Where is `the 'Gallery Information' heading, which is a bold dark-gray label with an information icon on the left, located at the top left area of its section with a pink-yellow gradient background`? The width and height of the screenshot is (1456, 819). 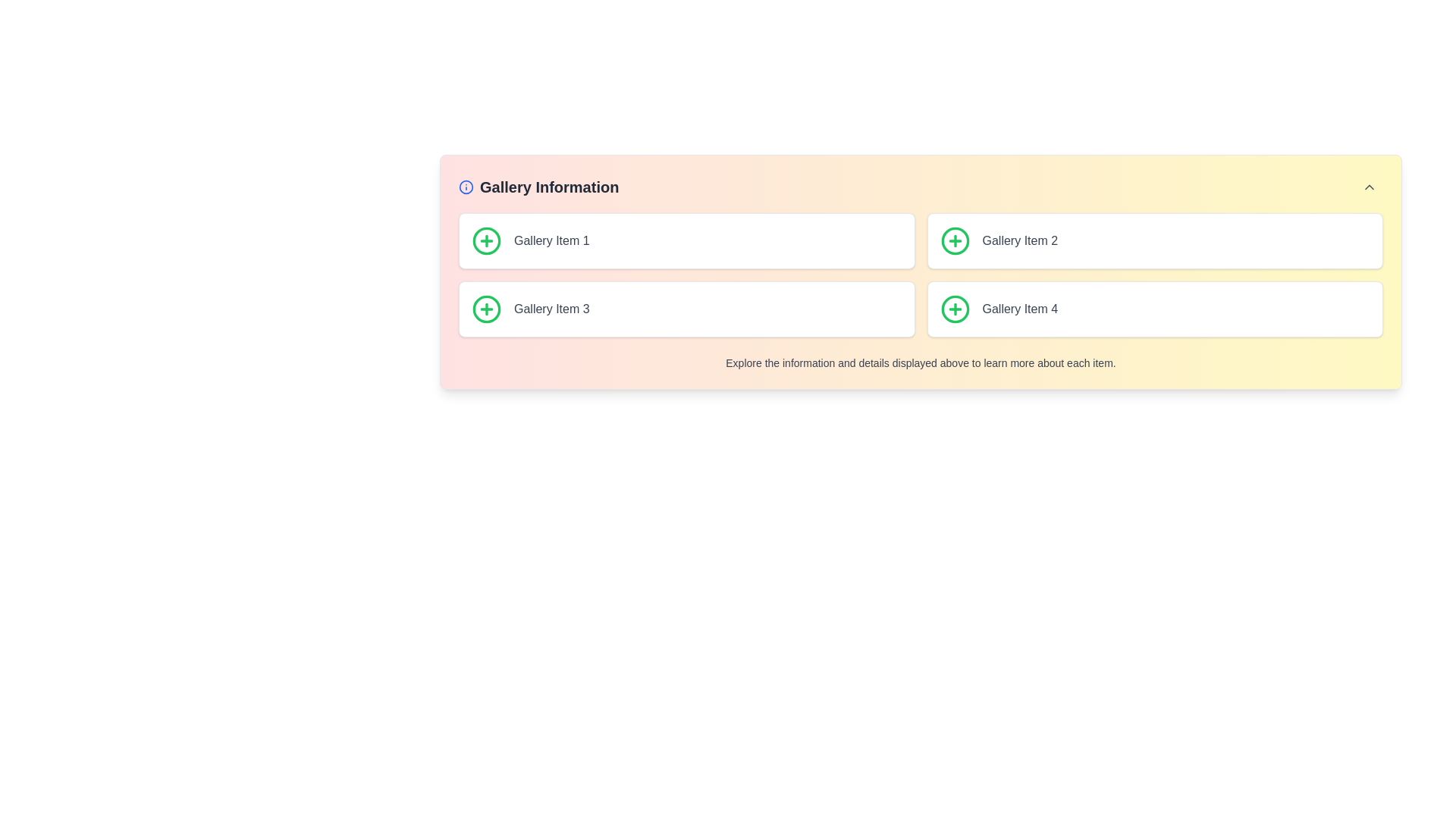 the 'Gallery Information' heading, which is a bold dark-gray label with an information icon on the left, located at the top left area of its section with a pink-yellow gradient background is located at coordinates (538, 186).